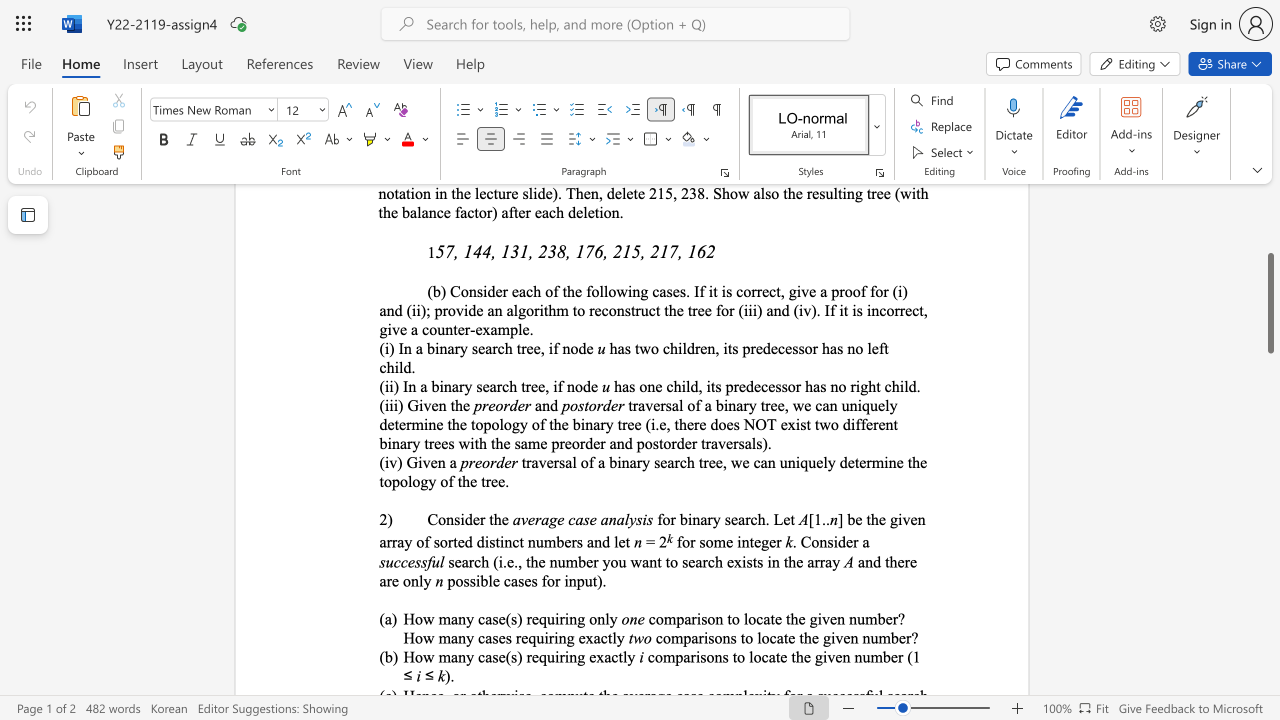  I want to click on the scrollbar and move down 180 pixels, so click(1269, 303).